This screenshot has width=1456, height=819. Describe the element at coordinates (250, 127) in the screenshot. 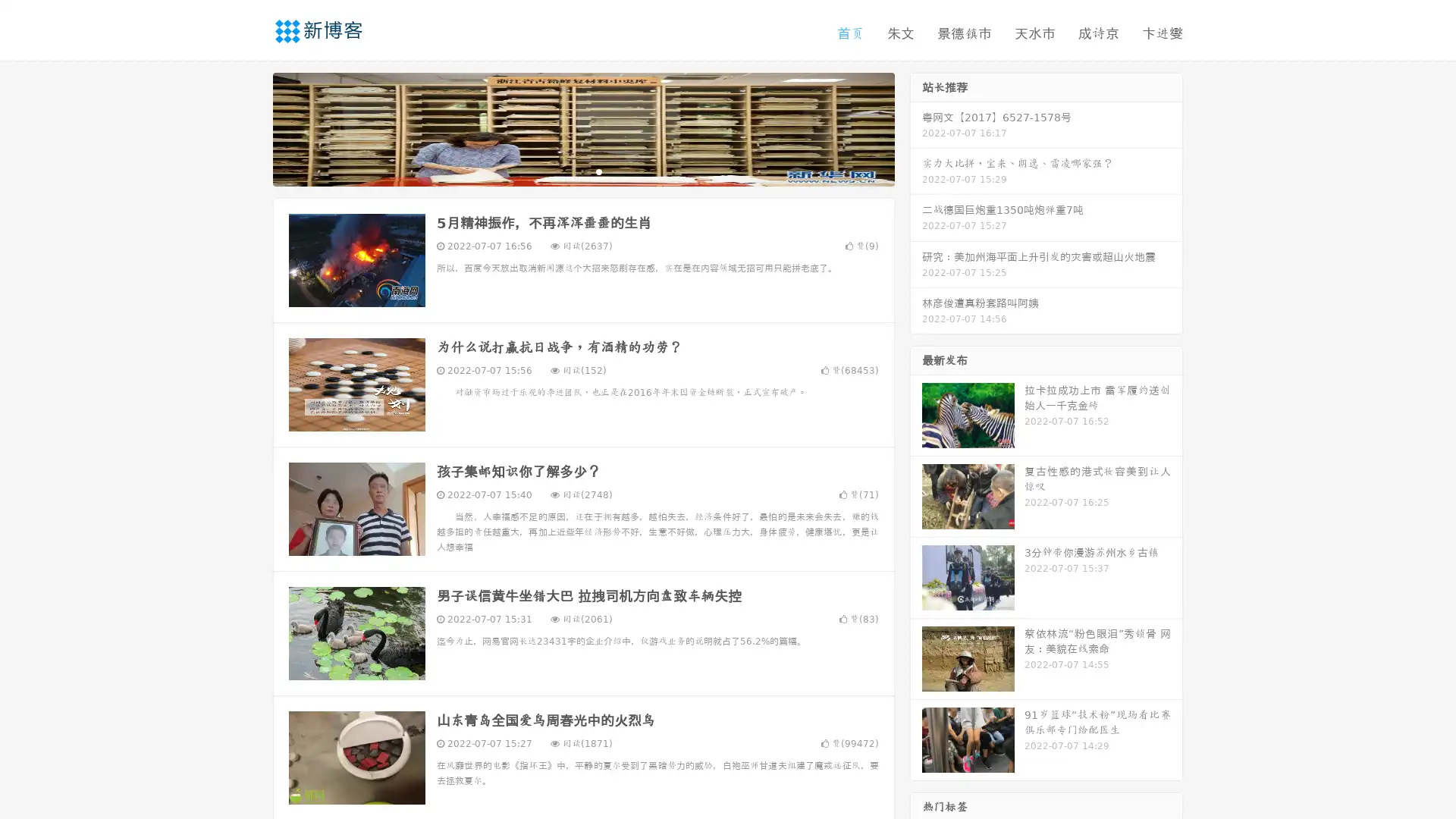

I see `Previous slide` at that location.